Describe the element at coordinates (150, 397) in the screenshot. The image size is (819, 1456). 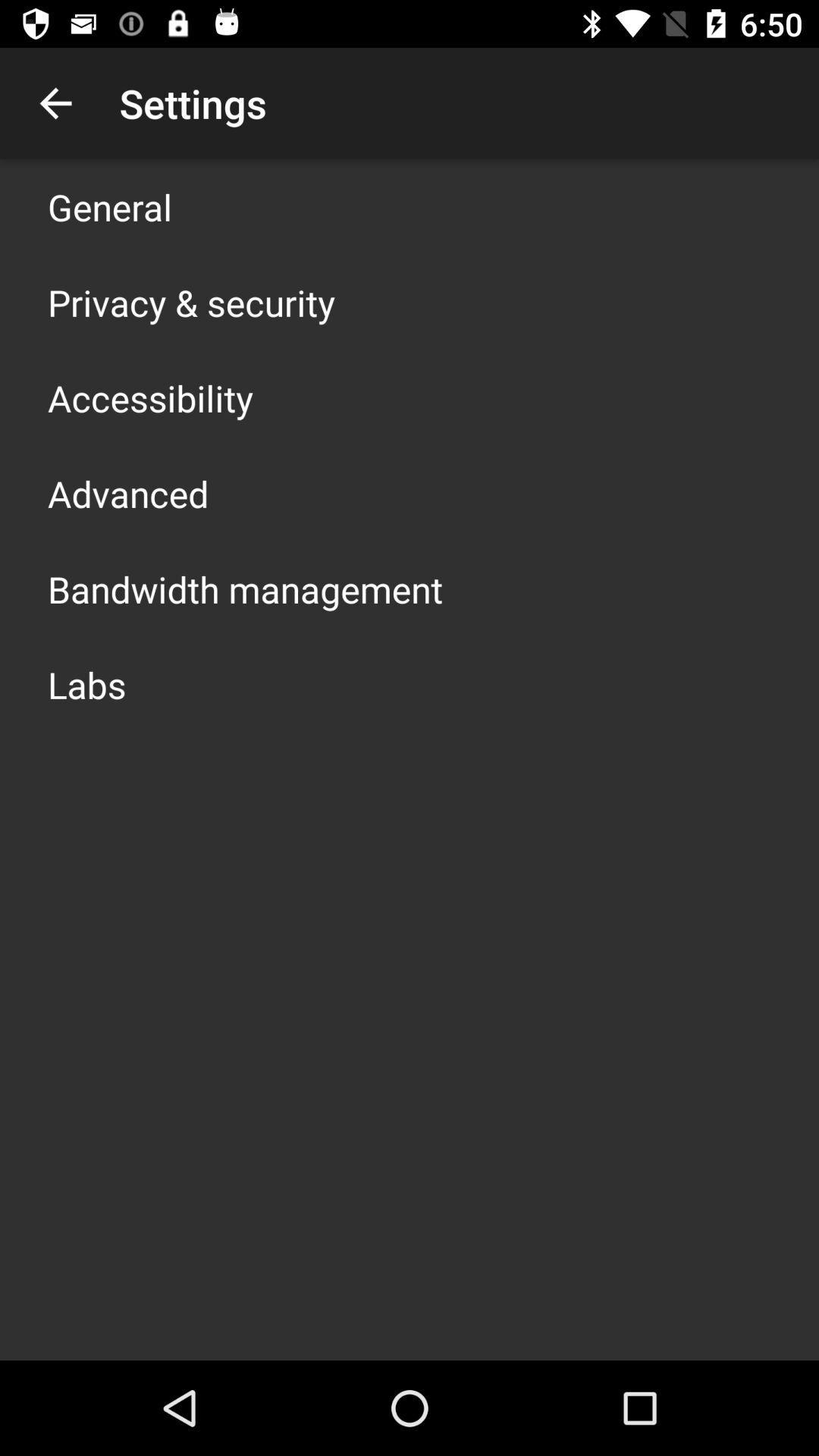
I see `item below the privacy & security app` at that location.